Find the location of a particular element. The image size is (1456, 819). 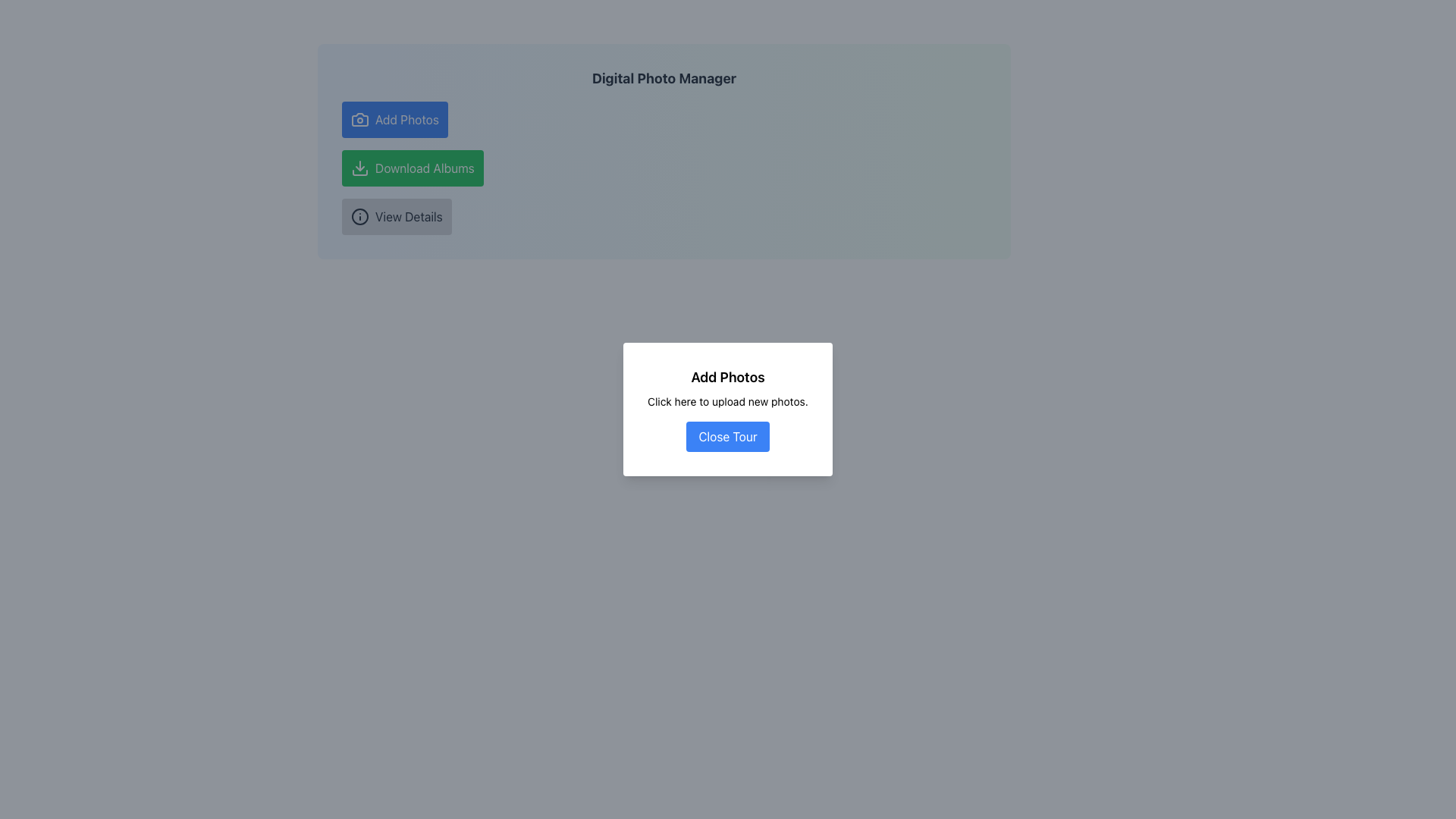

the close button located at the center bottom of the modal dialog box is located at coordinates (728, 436).